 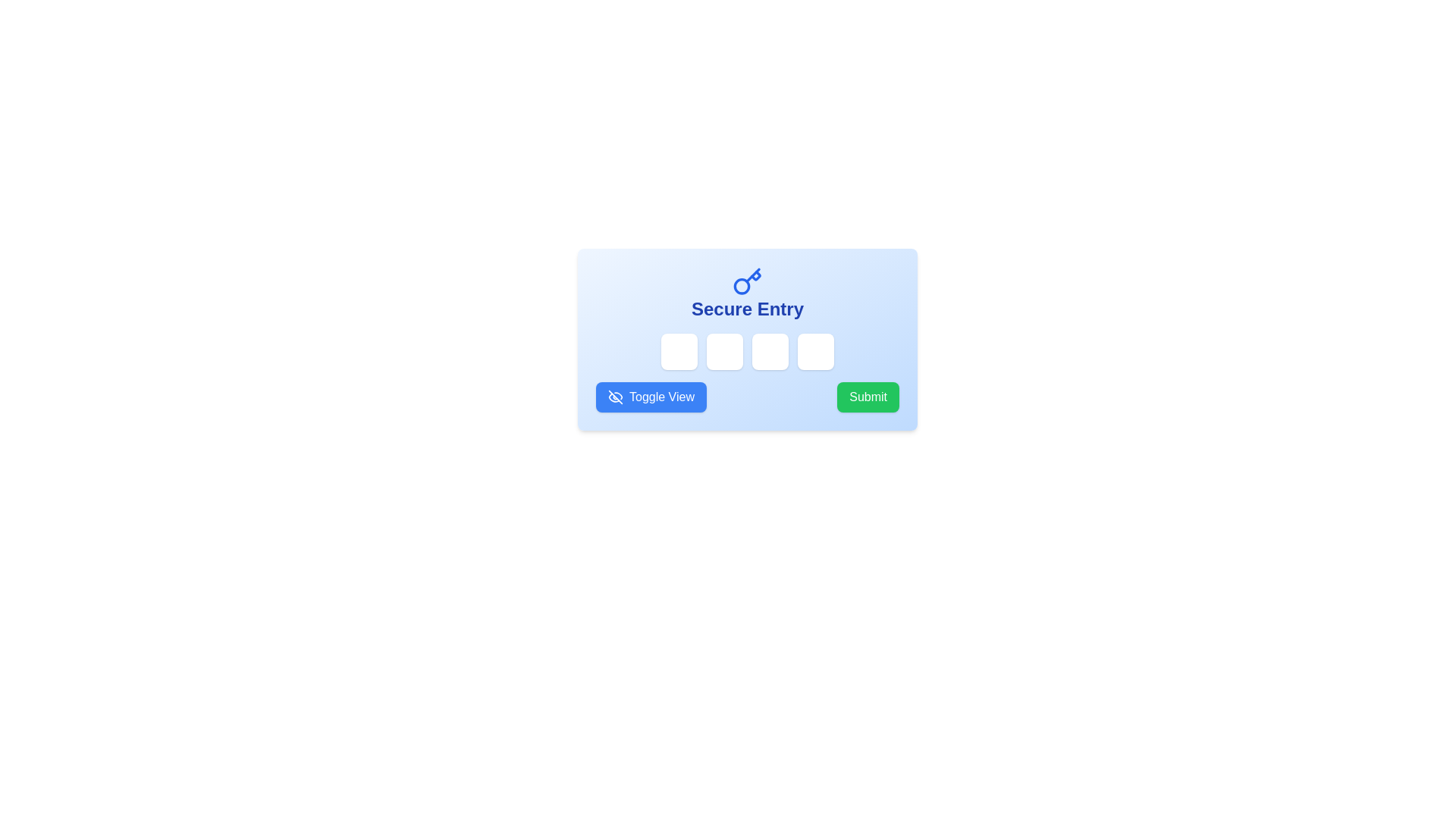 What do you see at coordinates (868, 397) in the screenshot?
I see `the green 'Submit' button with rounded corners` at bounding box center [868, 397].